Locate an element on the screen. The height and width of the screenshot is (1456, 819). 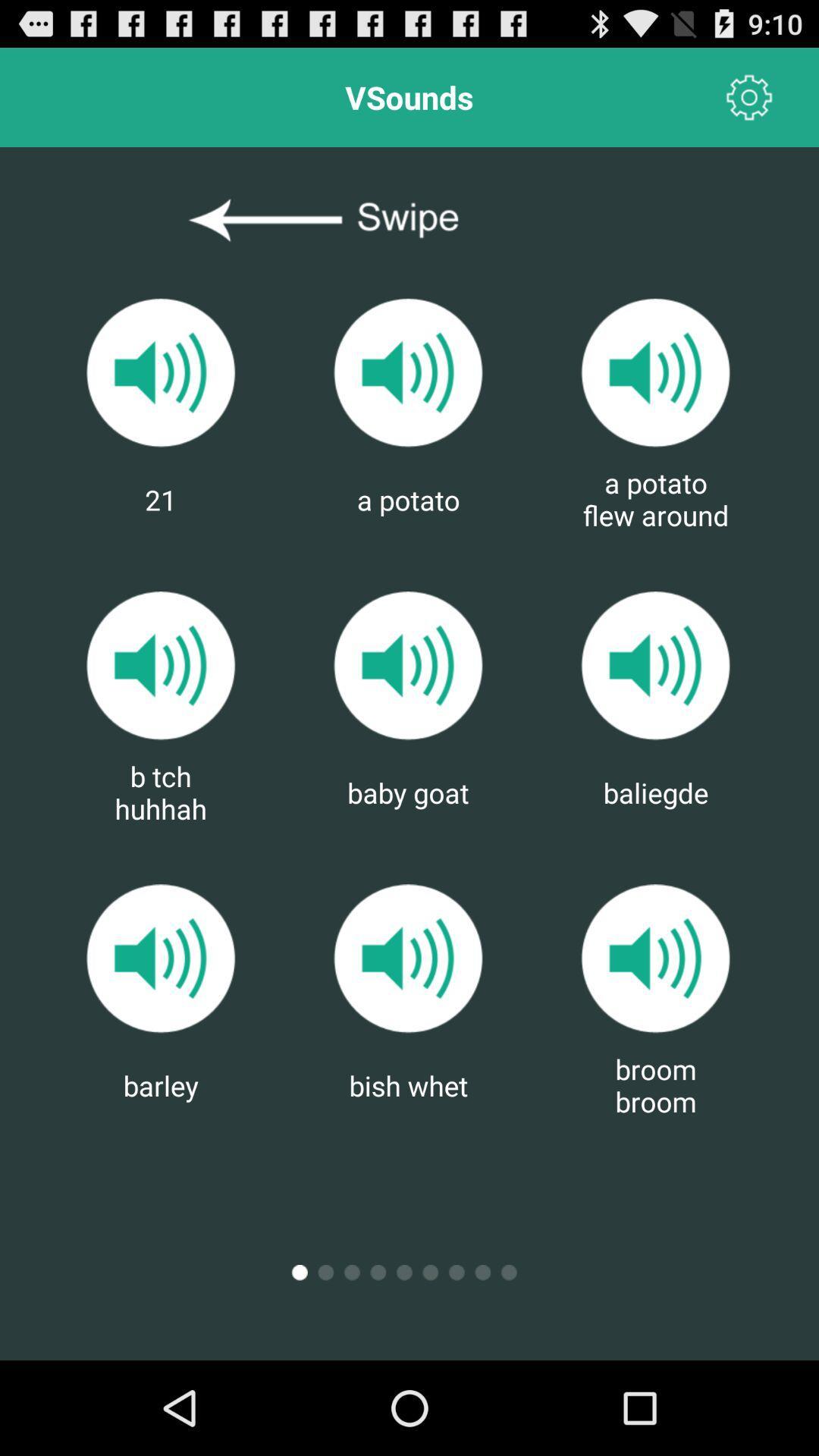
the settings icon is located at coordinates (748, 103).